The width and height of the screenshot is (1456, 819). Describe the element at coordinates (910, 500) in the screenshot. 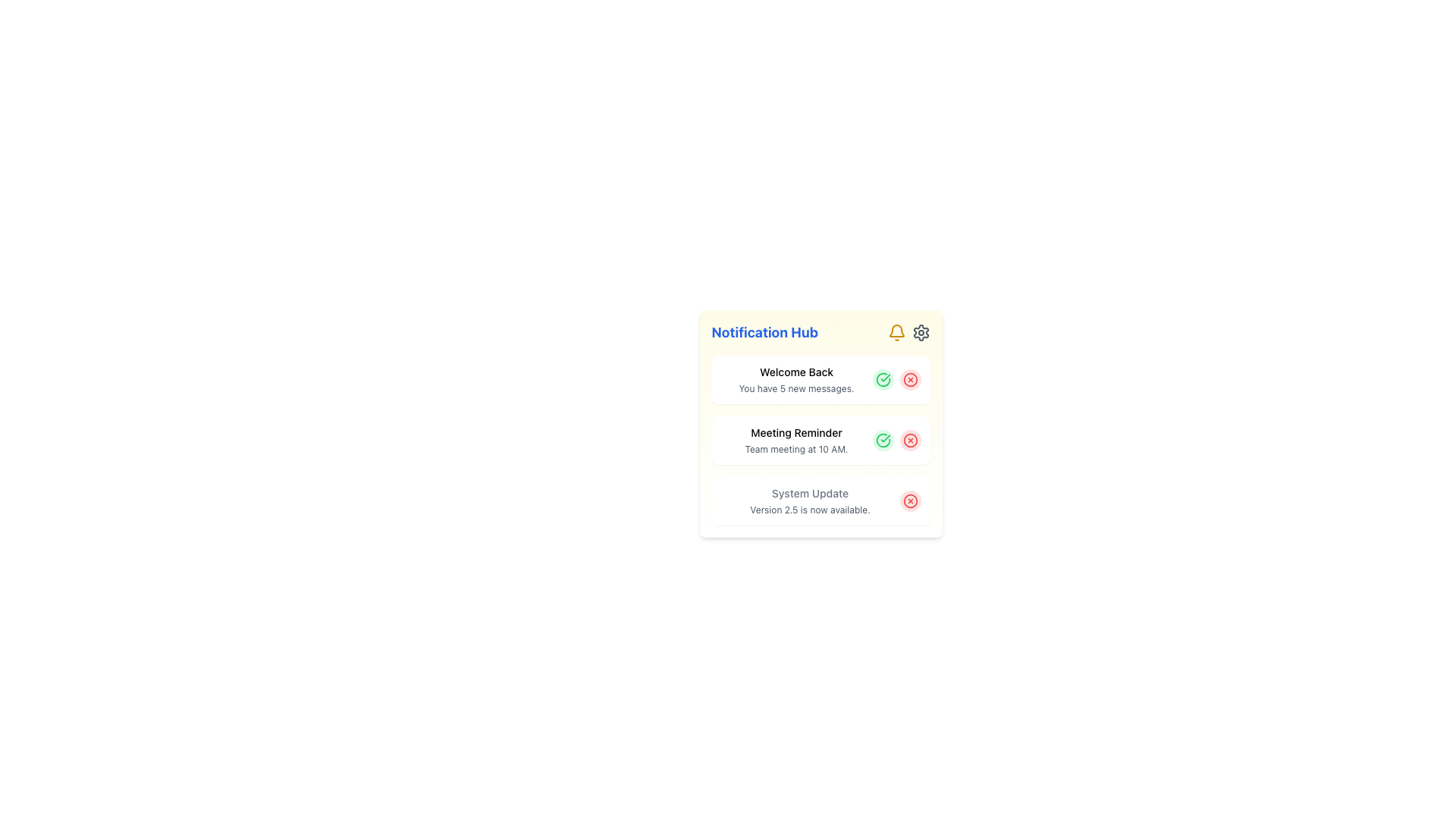

I see `the dismiss icon located at the bottom-right corner of the 'System Update' notification card, next to the text 'Version 2.5 is now available.'` at that location.